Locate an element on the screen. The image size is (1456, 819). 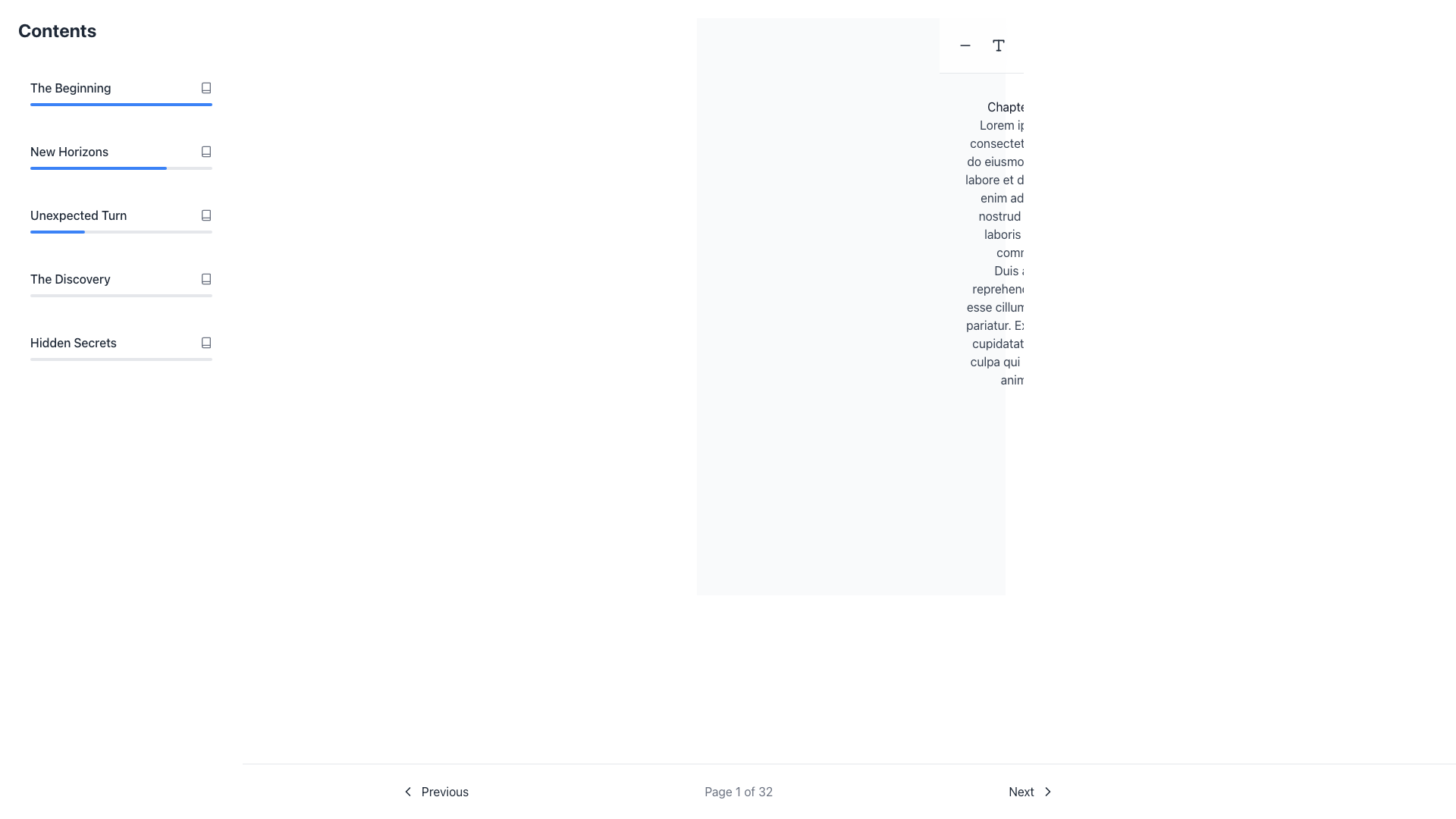
the progress bar located directly beneath the text labeled 'The Beginning', which is styled as a thin horizontal bar with rounded edges and indicates complete progress is located at coordinates (120, 104).